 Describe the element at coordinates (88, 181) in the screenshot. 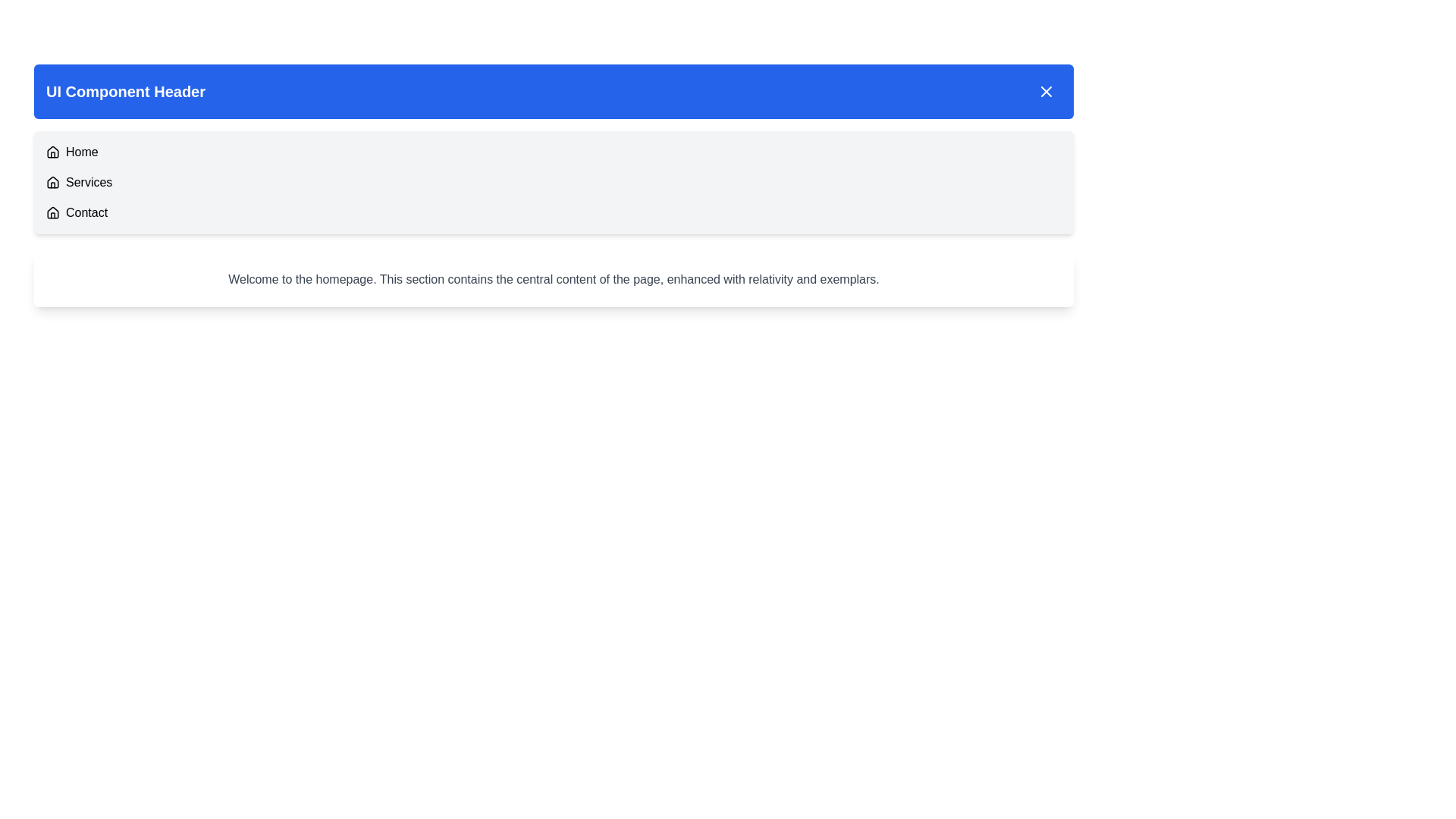

I see `text label displaying the word 'Services' in the navigation menu, positioned centrally below 'Home' and above 'Contact'` at that location.